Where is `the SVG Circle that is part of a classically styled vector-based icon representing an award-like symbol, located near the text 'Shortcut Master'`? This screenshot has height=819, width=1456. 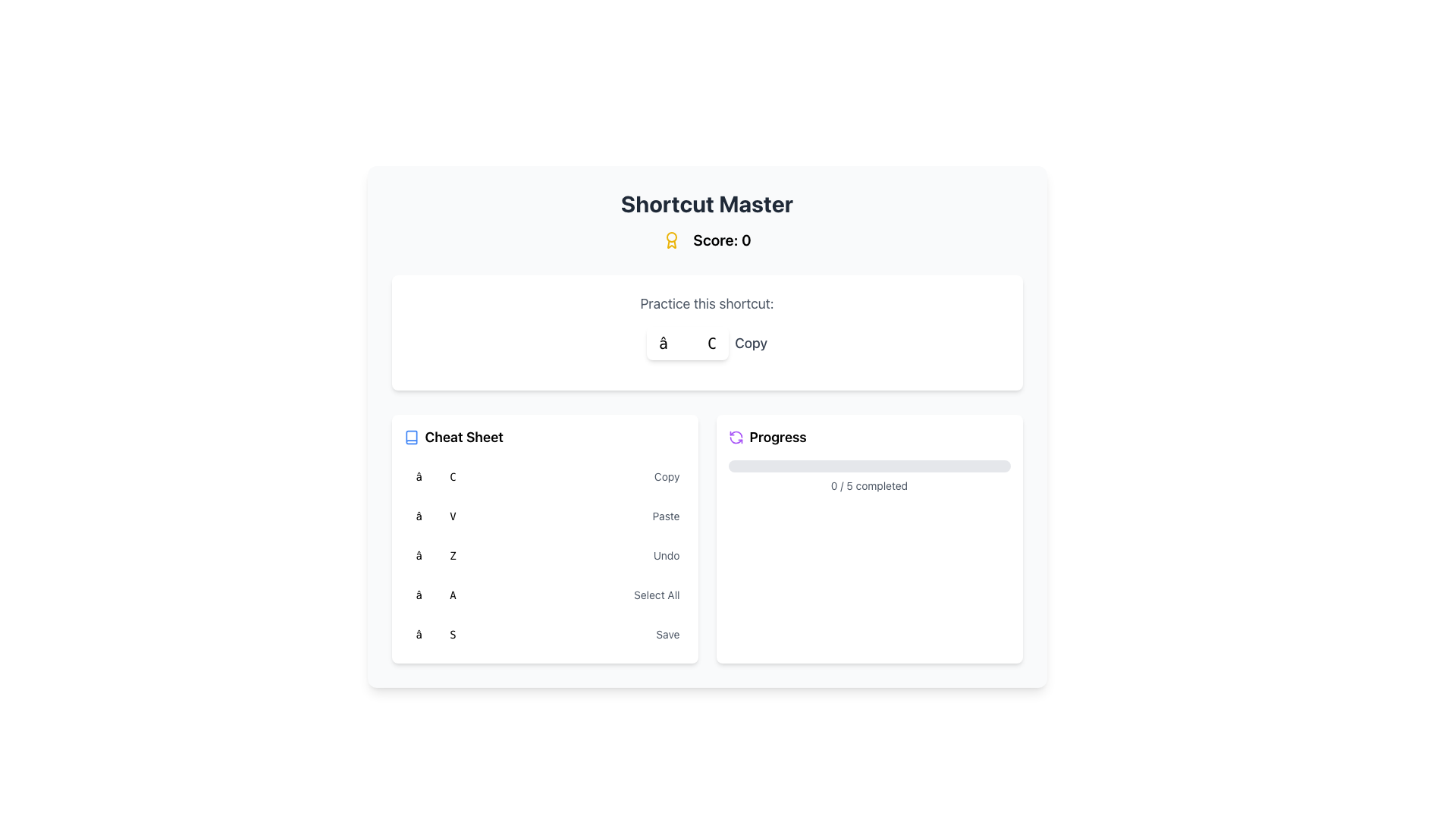 the SVG Circle that is part of a classically styled vector-based icon representing an award-like symbol, located near the text 'Shortcut Master' is located at coordinates (671, 237).